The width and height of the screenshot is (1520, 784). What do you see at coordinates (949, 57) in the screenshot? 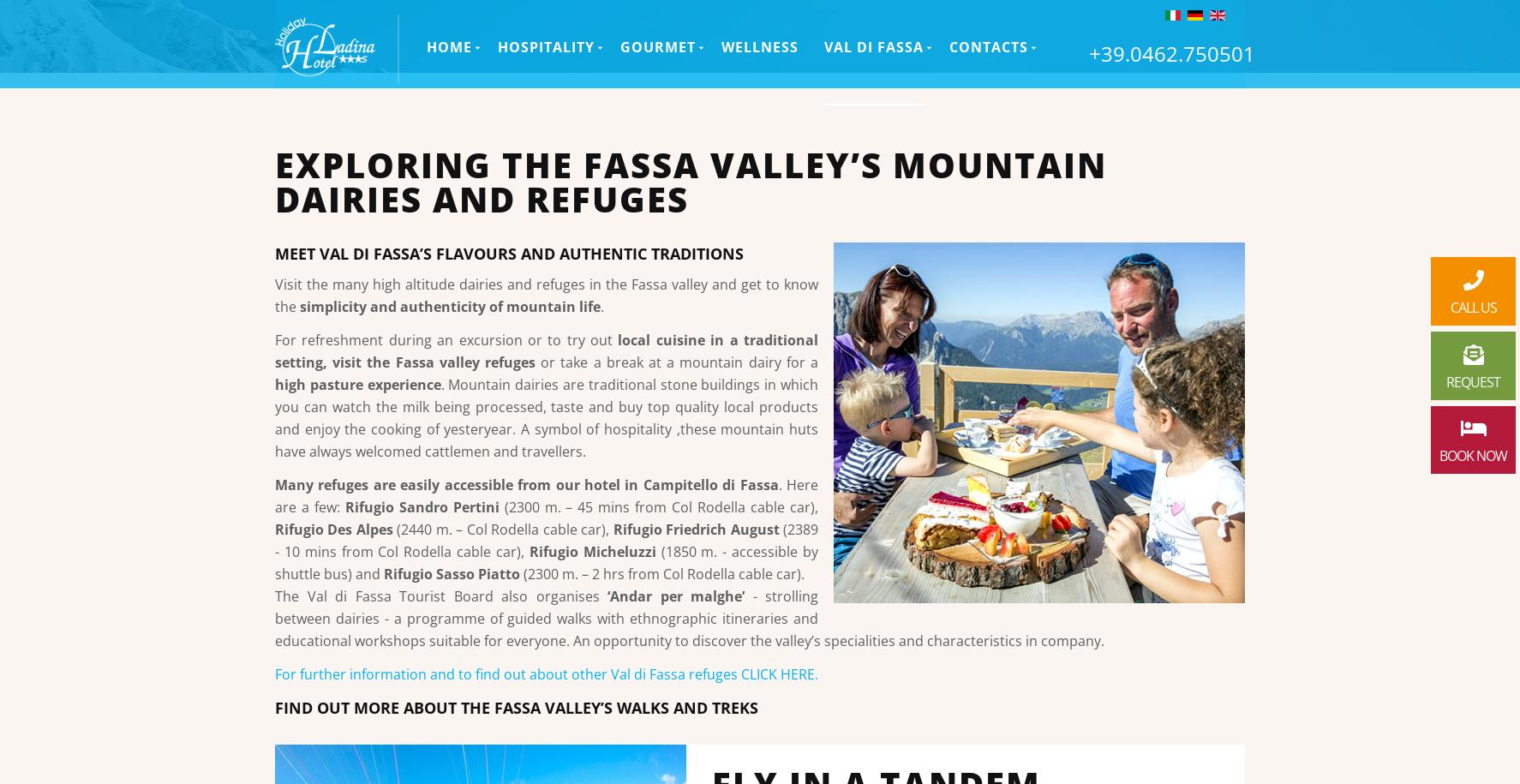
I see `'Contacts'` at bounding box center [949, 57].